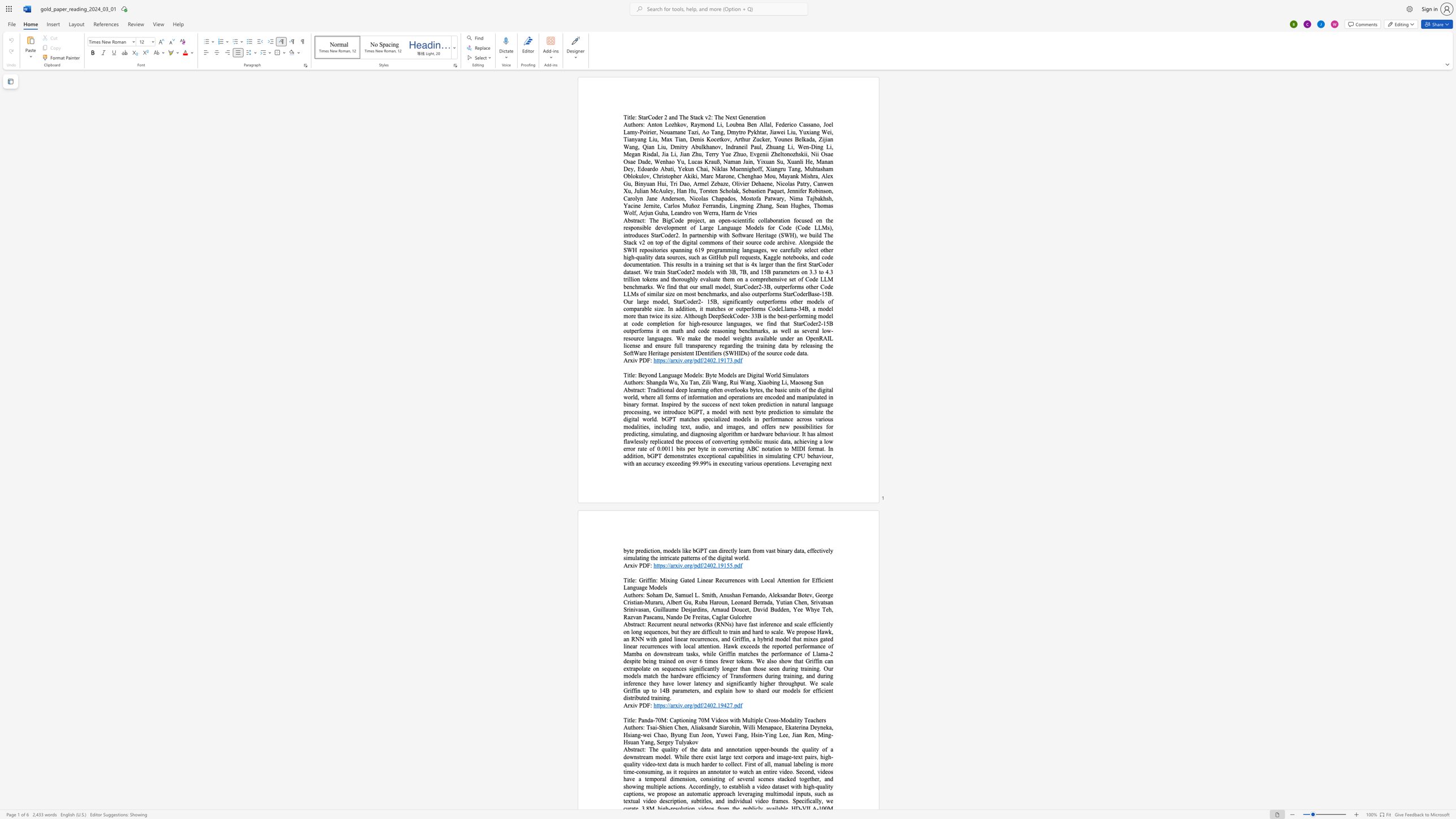 Image resolution: width=1456 pixels, height=819 pixels. What do you see at coordinates (820, 434) in the screenshot?
I see `the 22th character "l" in the text` at bounding box center [820, 434].